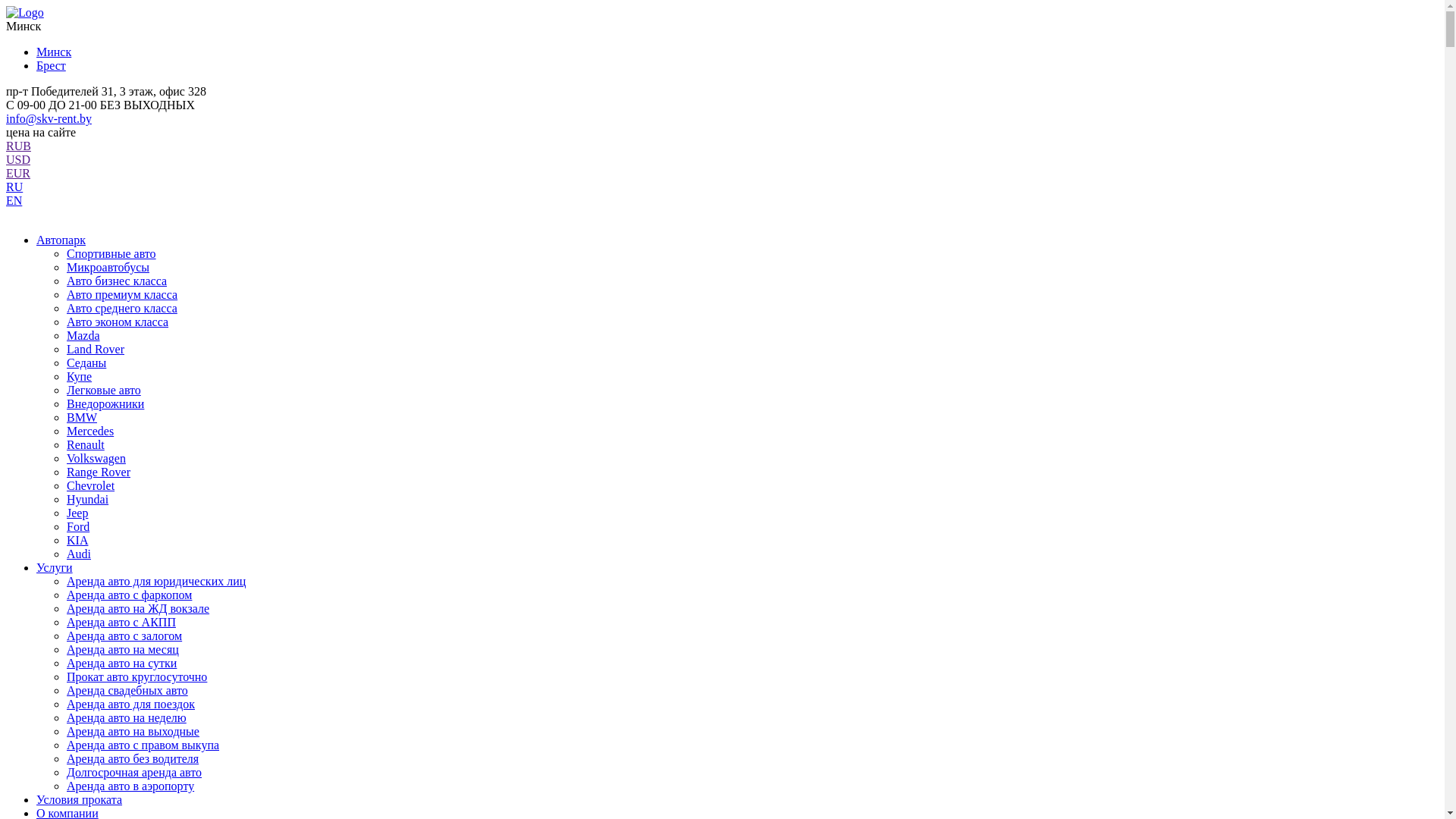 This screenshot has width=1456, height=819. I want to click on 'RU', so click(14, 186).